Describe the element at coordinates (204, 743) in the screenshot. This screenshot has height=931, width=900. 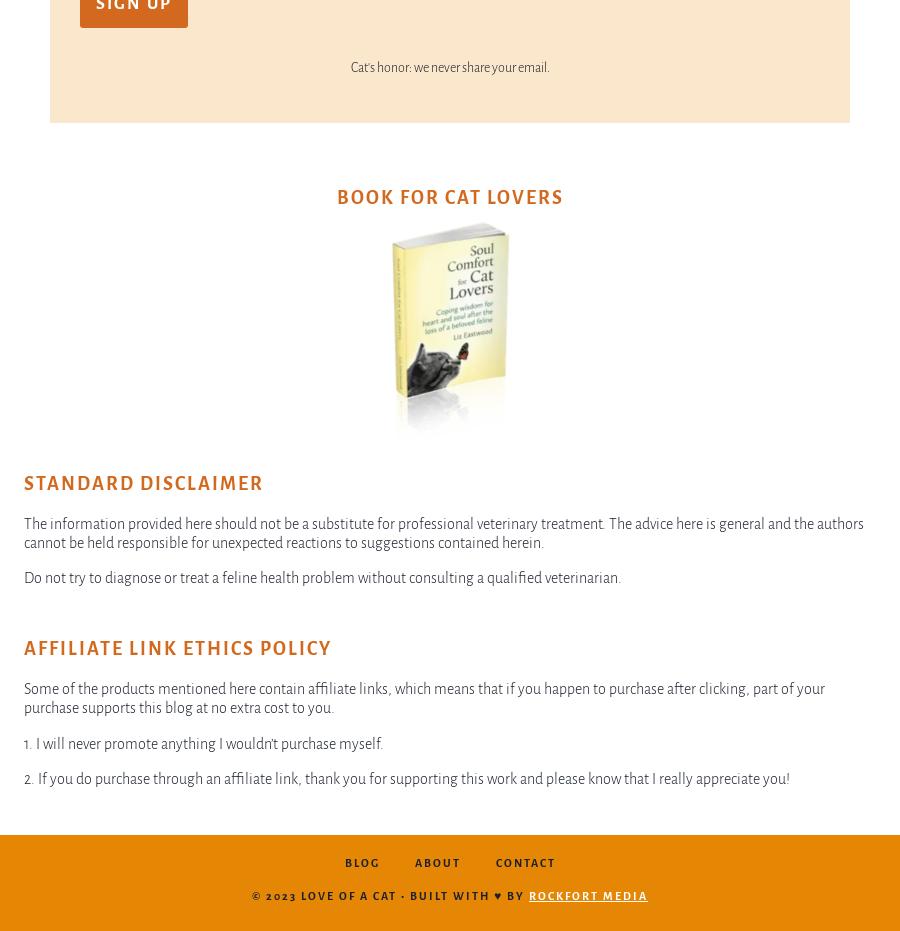
I see `'1. I will never promote anything I wouldn’t purchase myself.'` at that location.